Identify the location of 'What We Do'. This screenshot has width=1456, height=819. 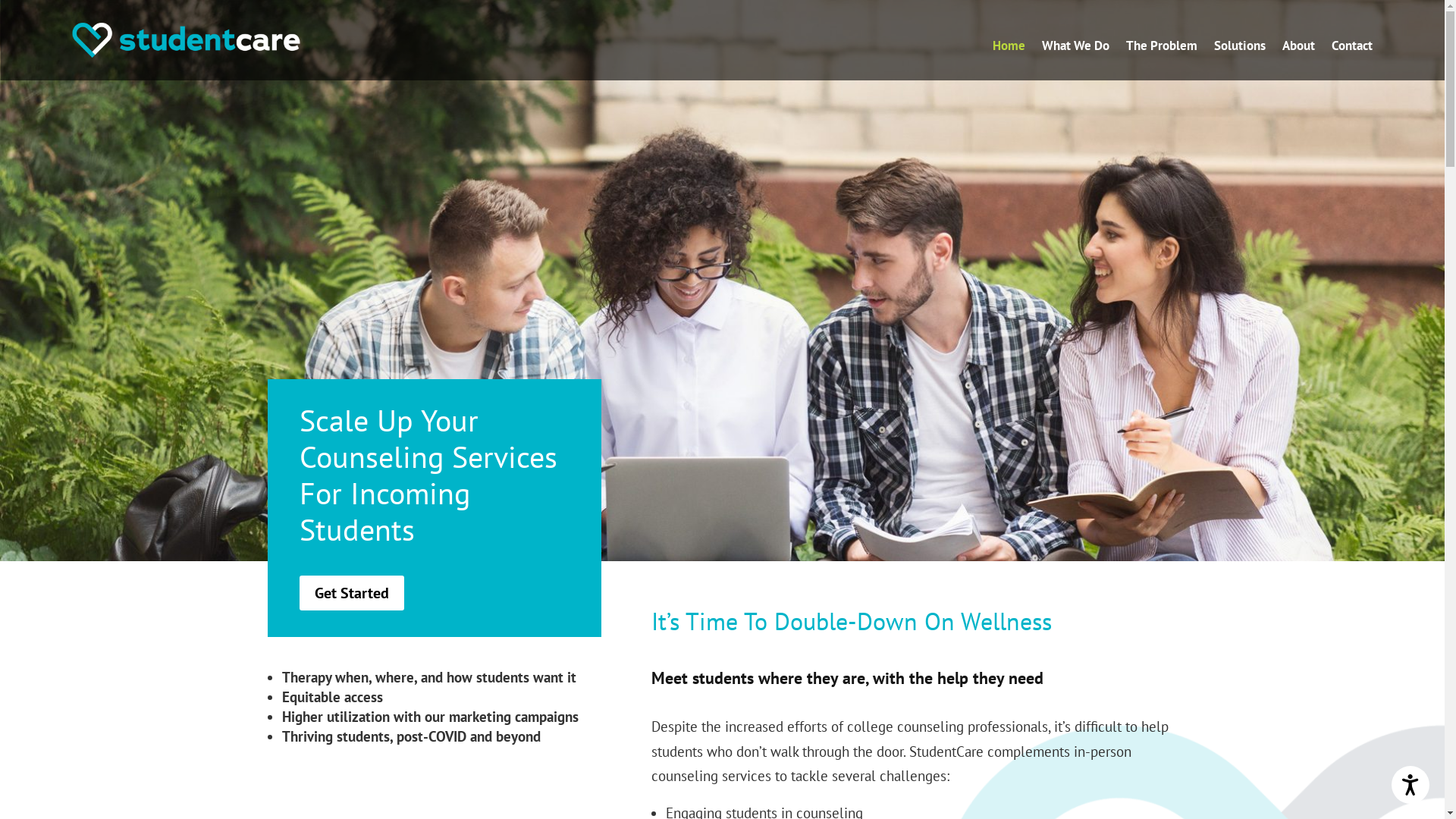
(1040, 48).